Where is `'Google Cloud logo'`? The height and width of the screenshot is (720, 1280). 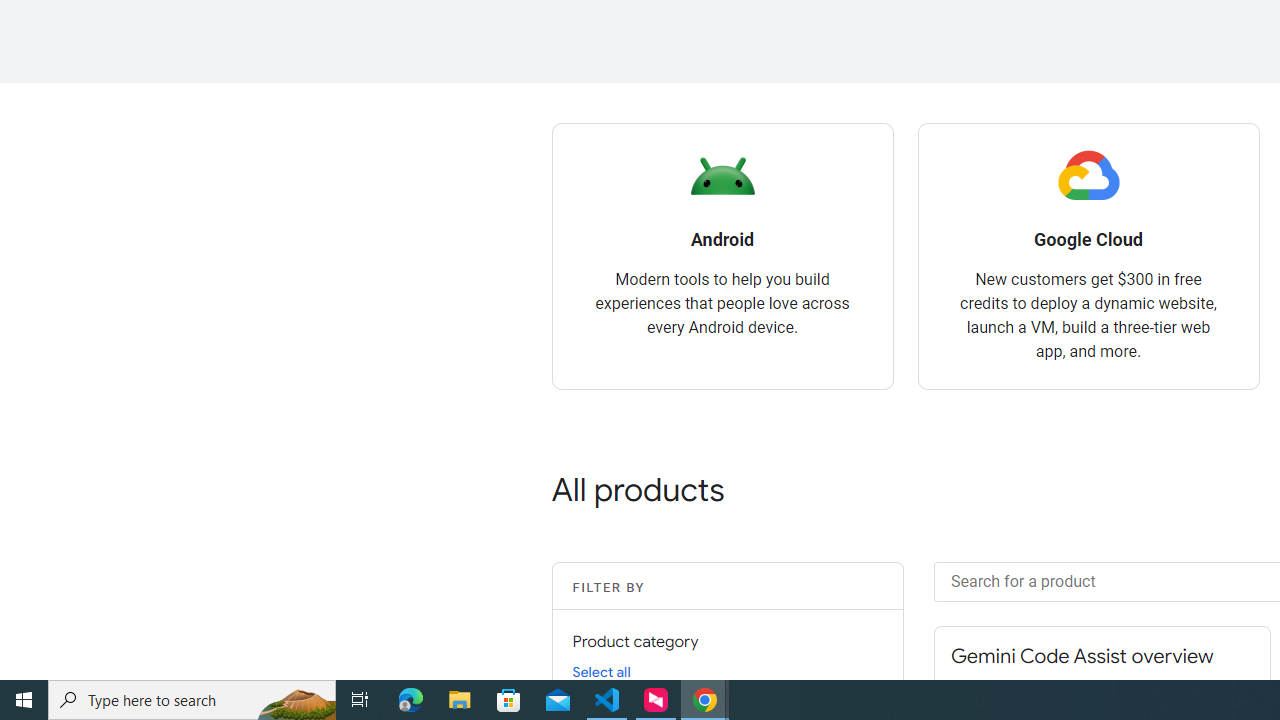 'Google Cloud logo' is located at coordinates (1087, 175).